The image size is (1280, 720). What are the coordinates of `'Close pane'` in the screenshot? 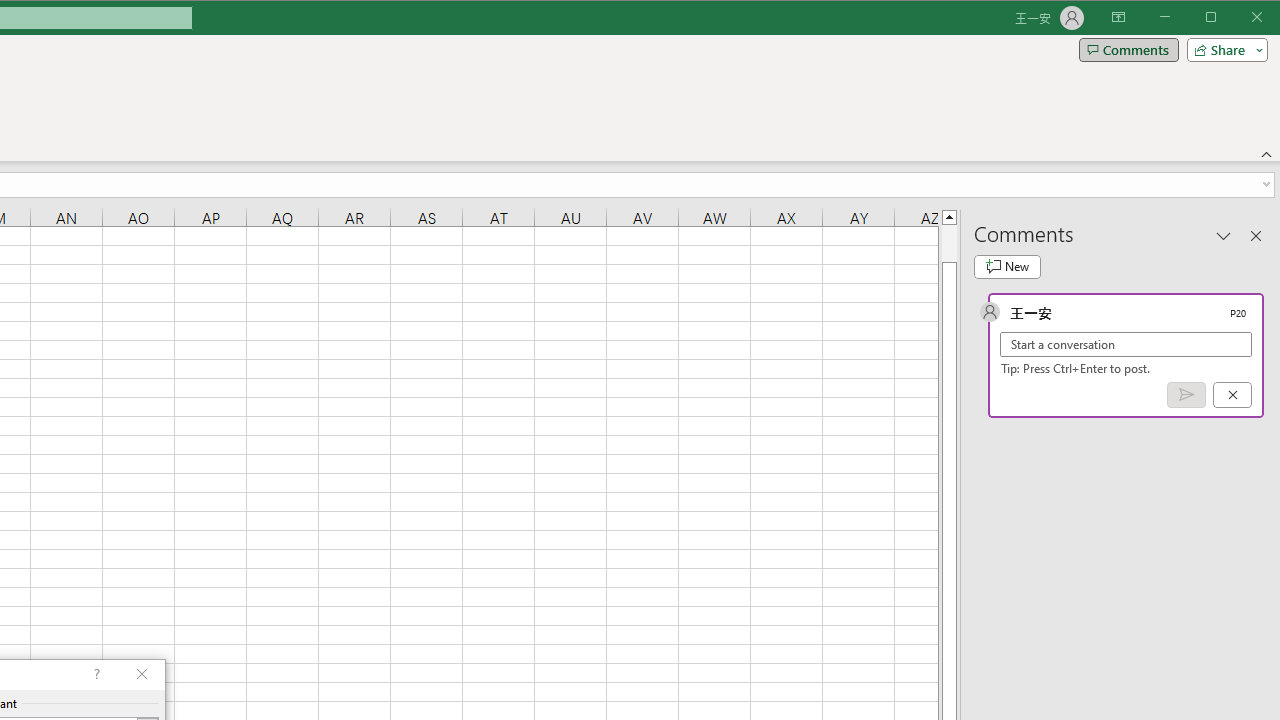 It's located at (1255, 234).